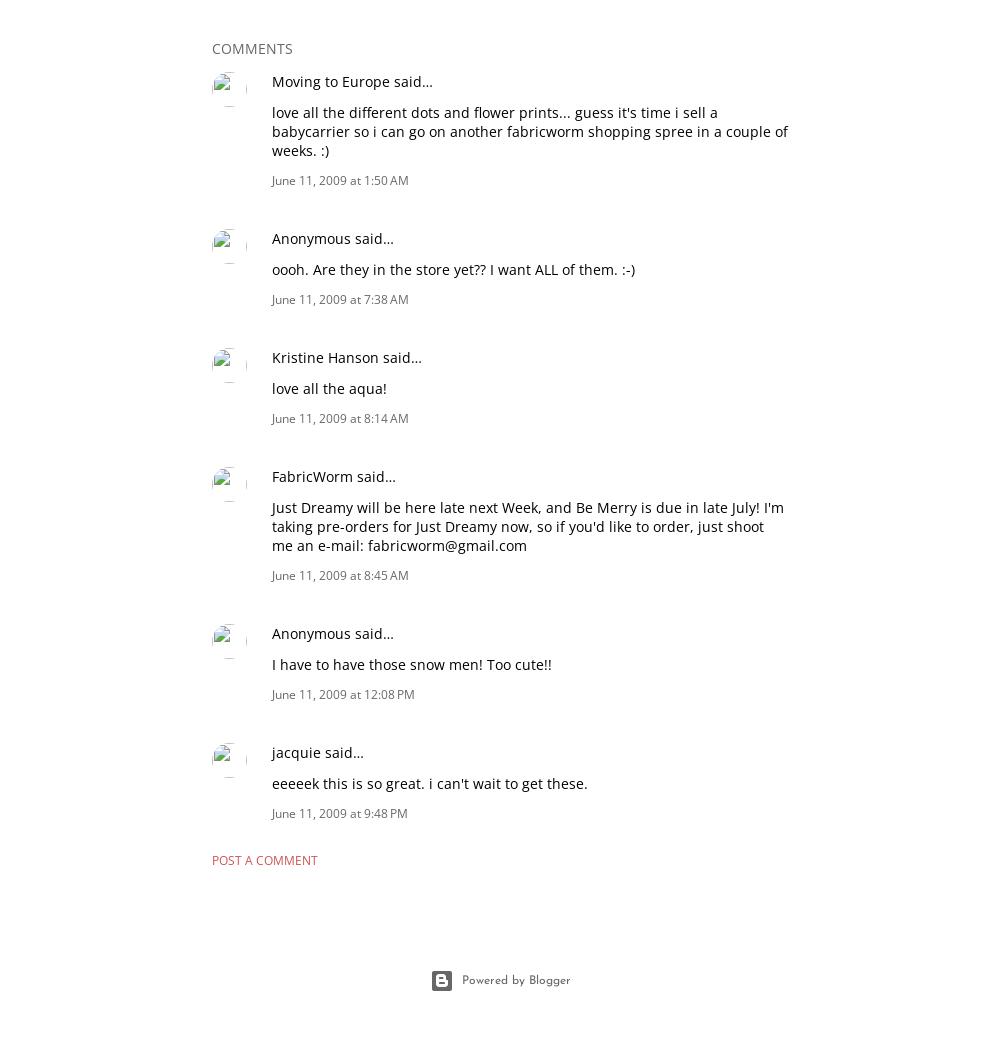 Image resolution: width=1000 pixels, height=1043 pixels. Describe the element at coordinates (339, 575) in the screenshot. I see `'June 11, 2009 at 8:45 AM'` at that location.